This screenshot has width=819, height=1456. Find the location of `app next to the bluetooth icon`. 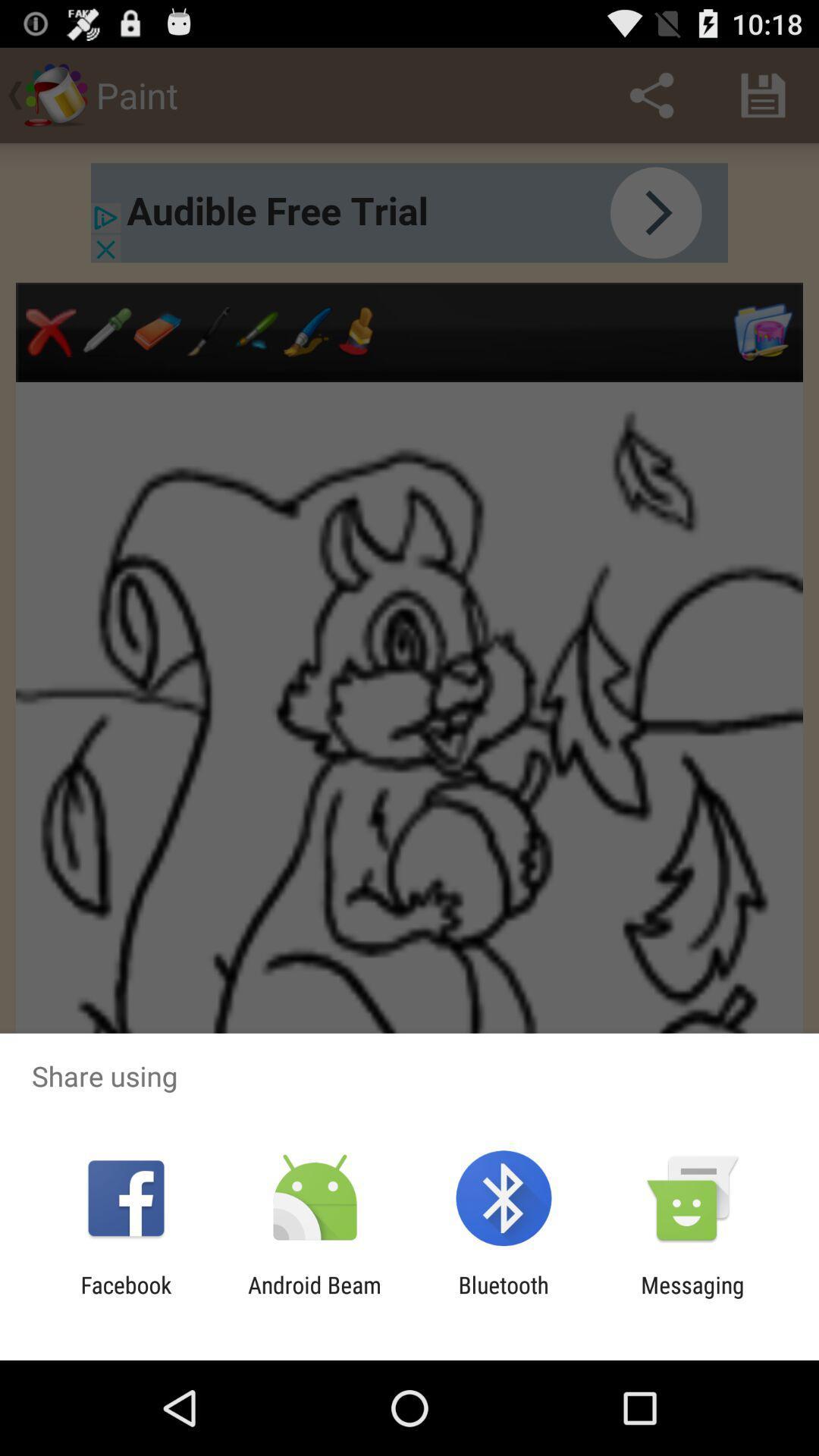

app next to the bluetooth icon is located at coordinates (314, 1298).